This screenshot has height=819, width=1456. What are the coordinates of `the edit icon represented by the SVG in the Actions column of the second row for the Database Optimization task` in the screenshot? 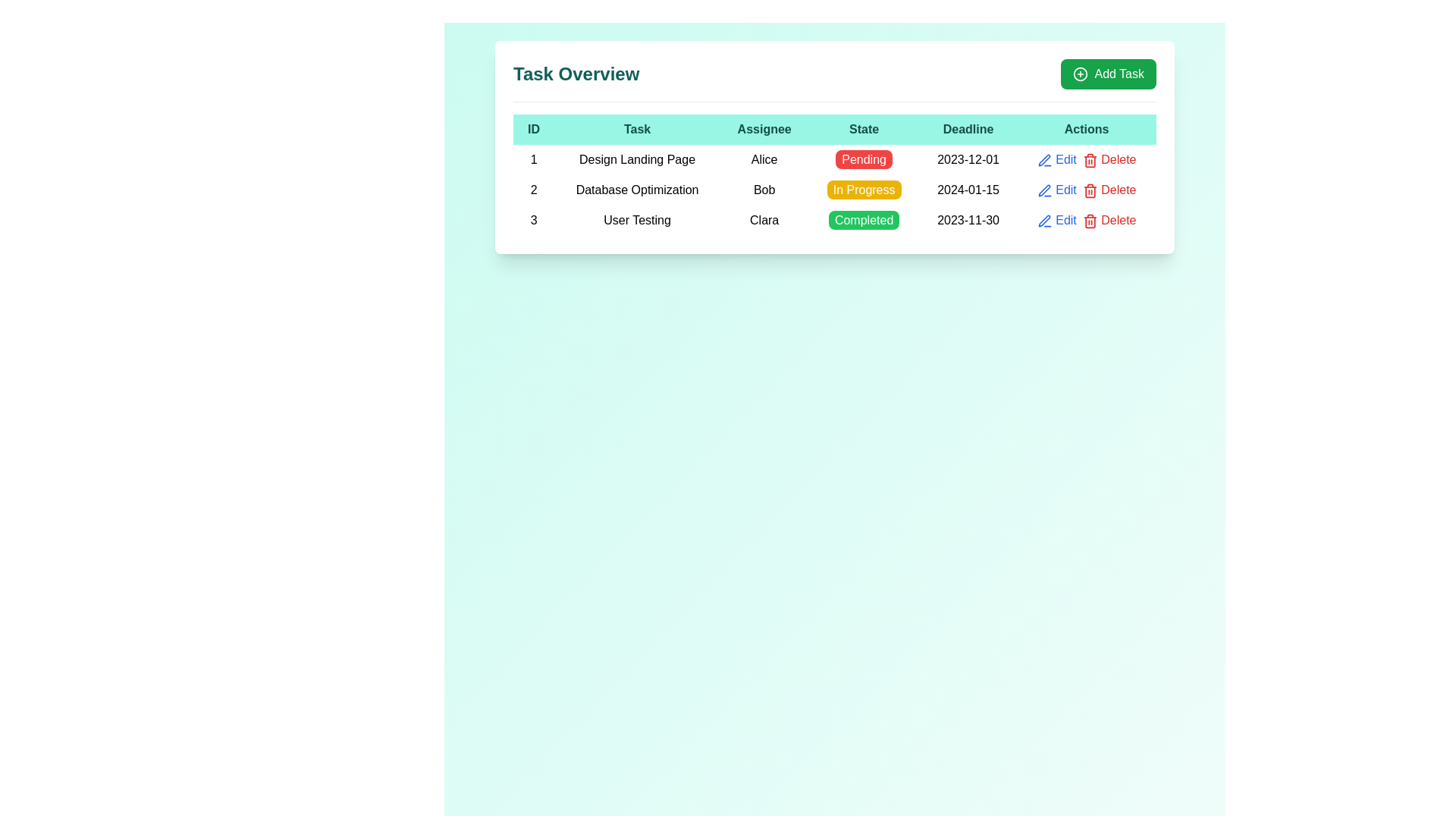 It's located at (1043, 190).